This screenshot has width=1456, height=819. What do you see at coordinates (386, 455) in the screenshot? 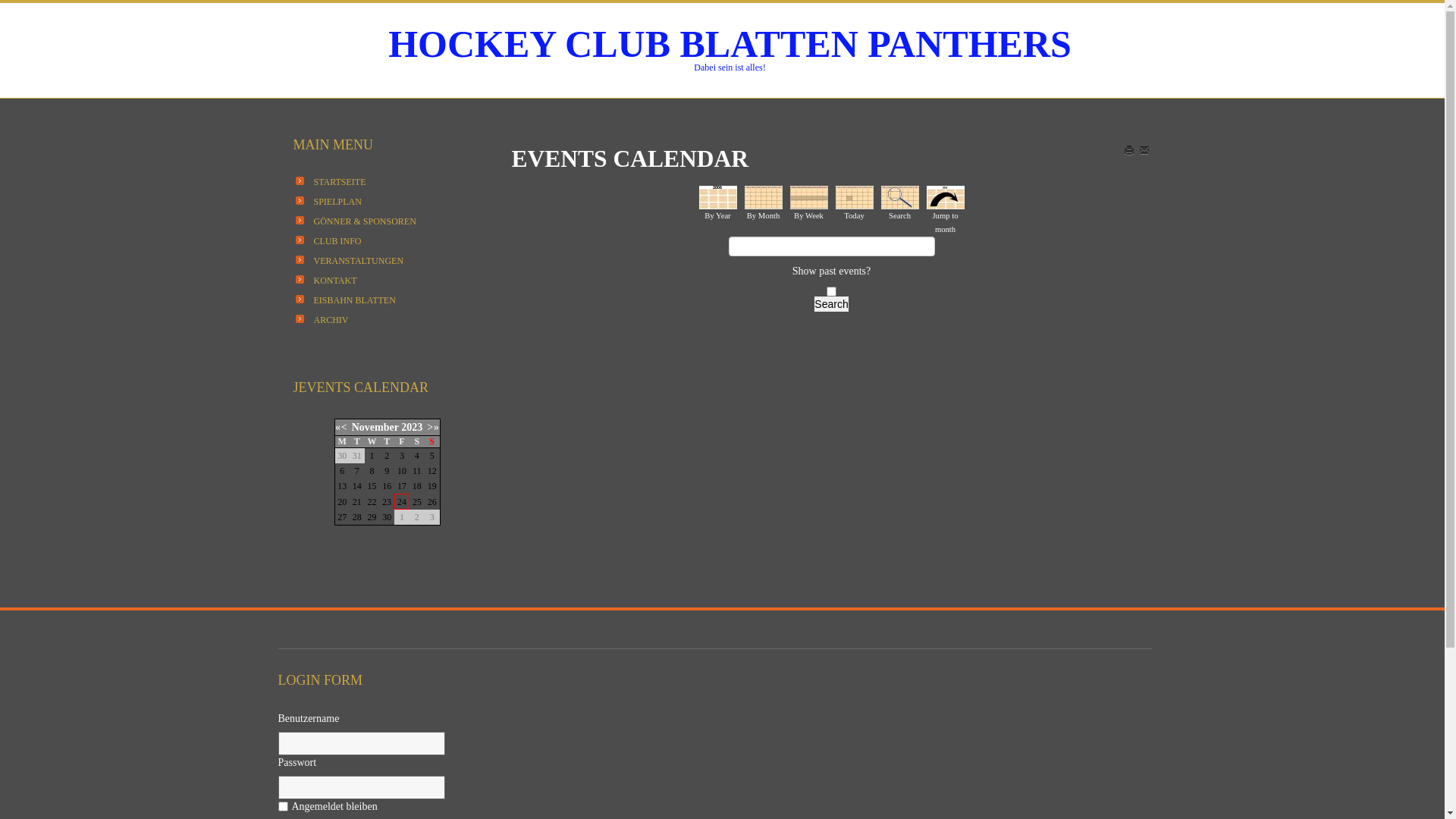
I see `'2'` at bounding box center [386, 455].